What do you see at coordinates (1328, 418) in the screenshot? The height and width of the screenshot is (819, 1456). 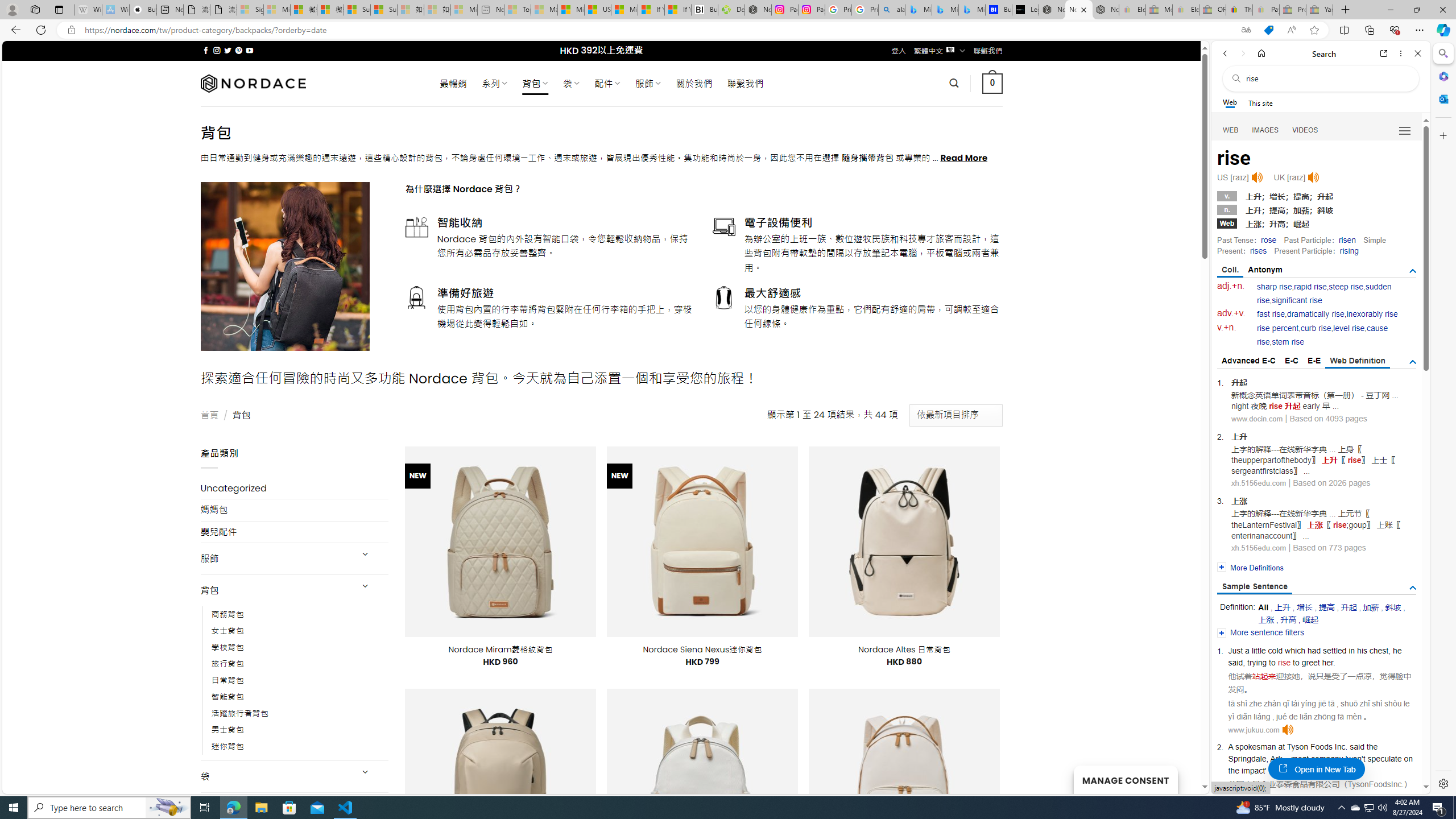 I see `'Based on 4093 pages'` at bounding box center [1328, 418].